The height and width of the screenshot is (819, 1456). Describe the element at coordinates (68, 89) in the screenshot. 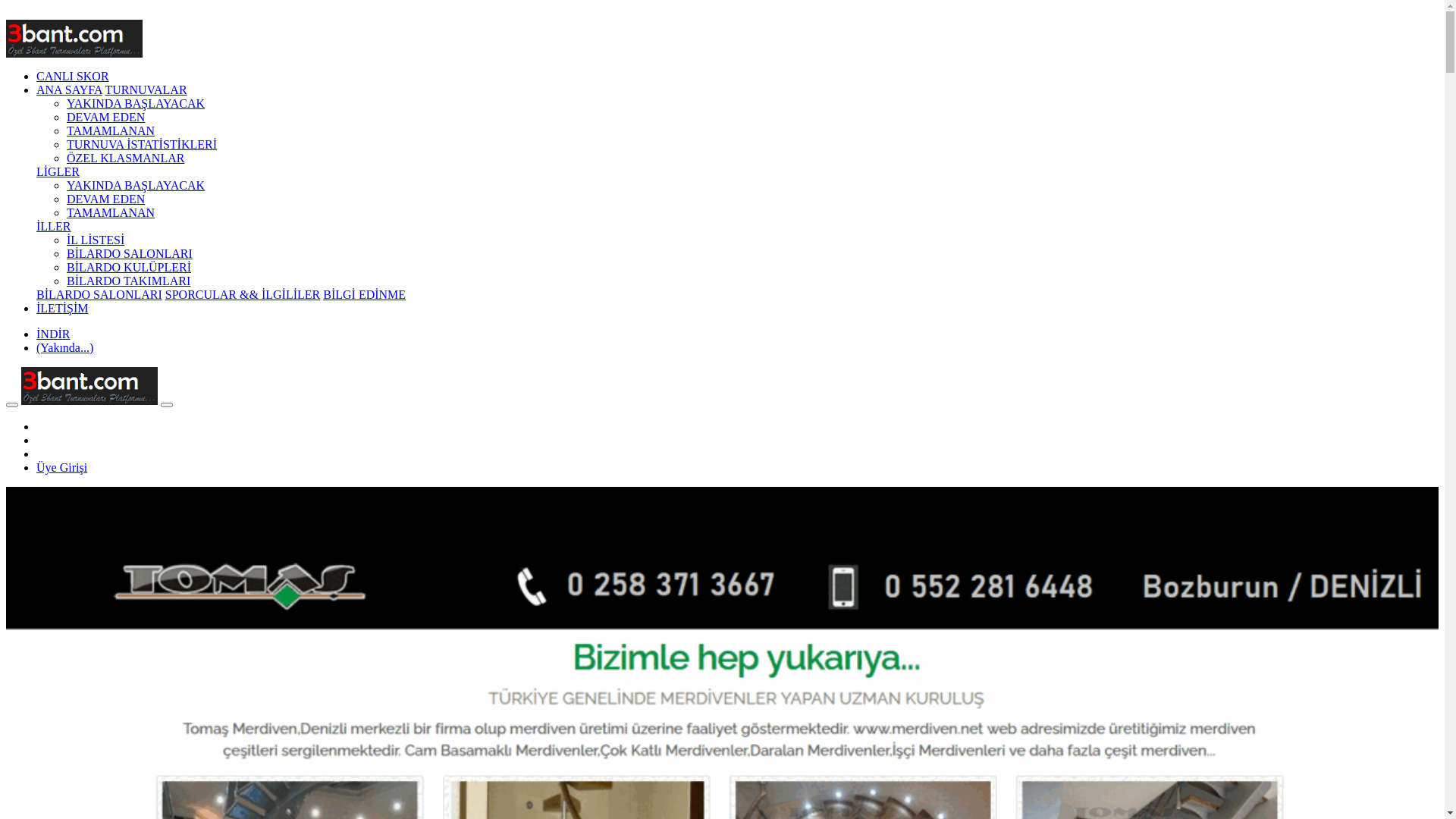

I see `'ANA SAYFA'` at that location.